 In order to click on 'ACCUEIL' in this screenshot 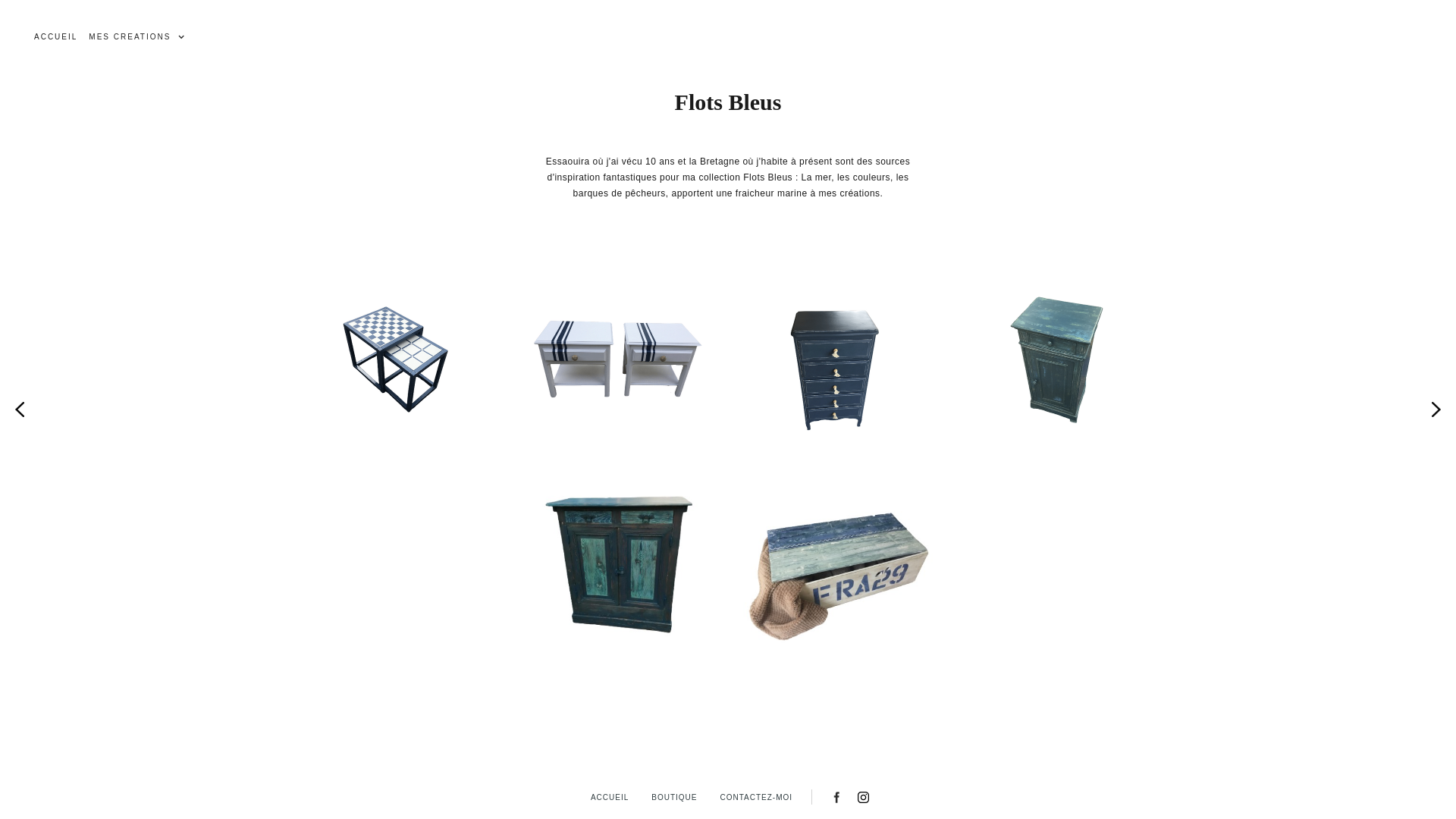, I will do `click(55, 36)`.